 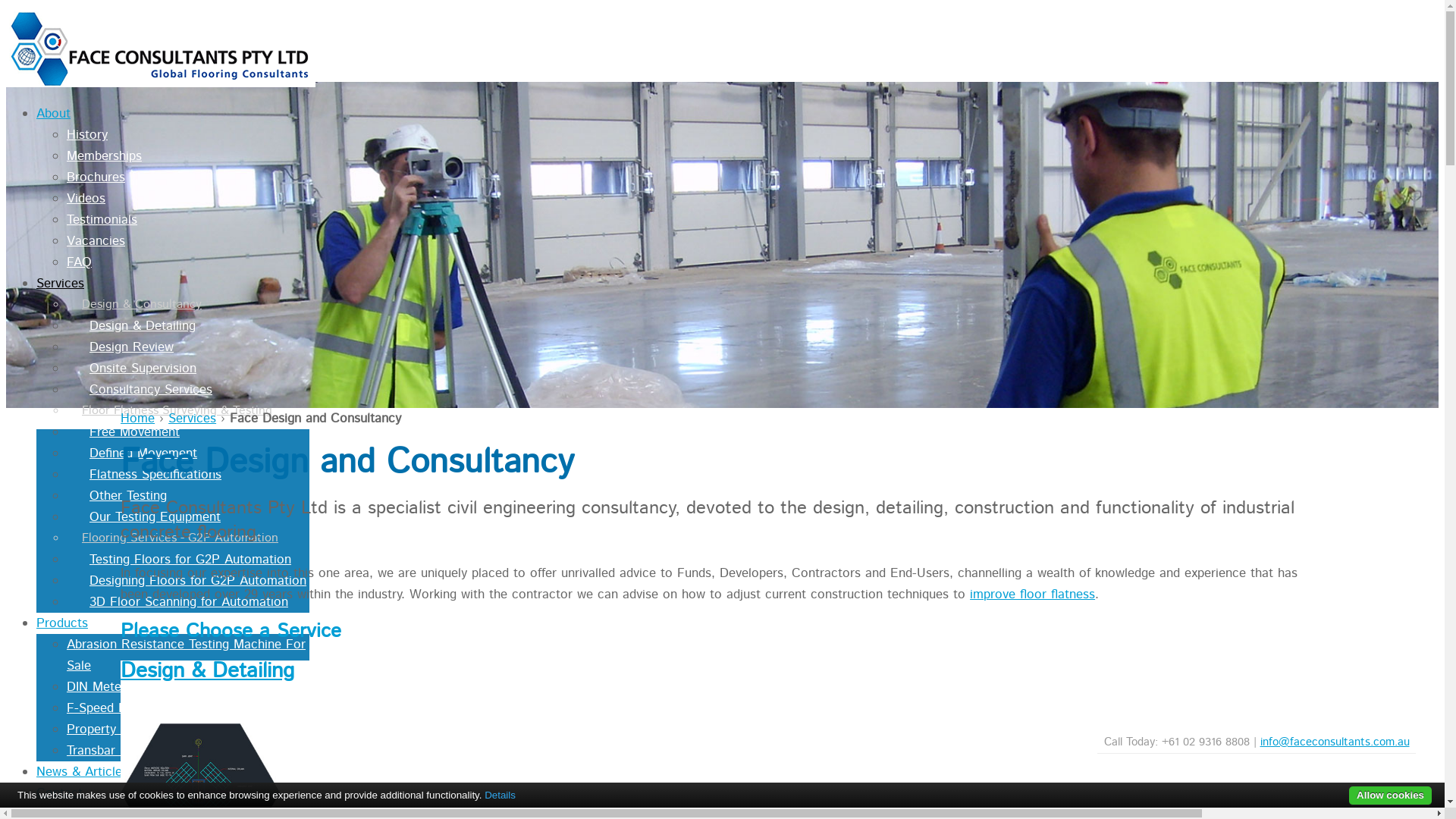 What do you see at coordinates (1335, 741) in the screenshot?
I see `'info@faceconsultants.com.au'` at bounding box center [1335, 741].